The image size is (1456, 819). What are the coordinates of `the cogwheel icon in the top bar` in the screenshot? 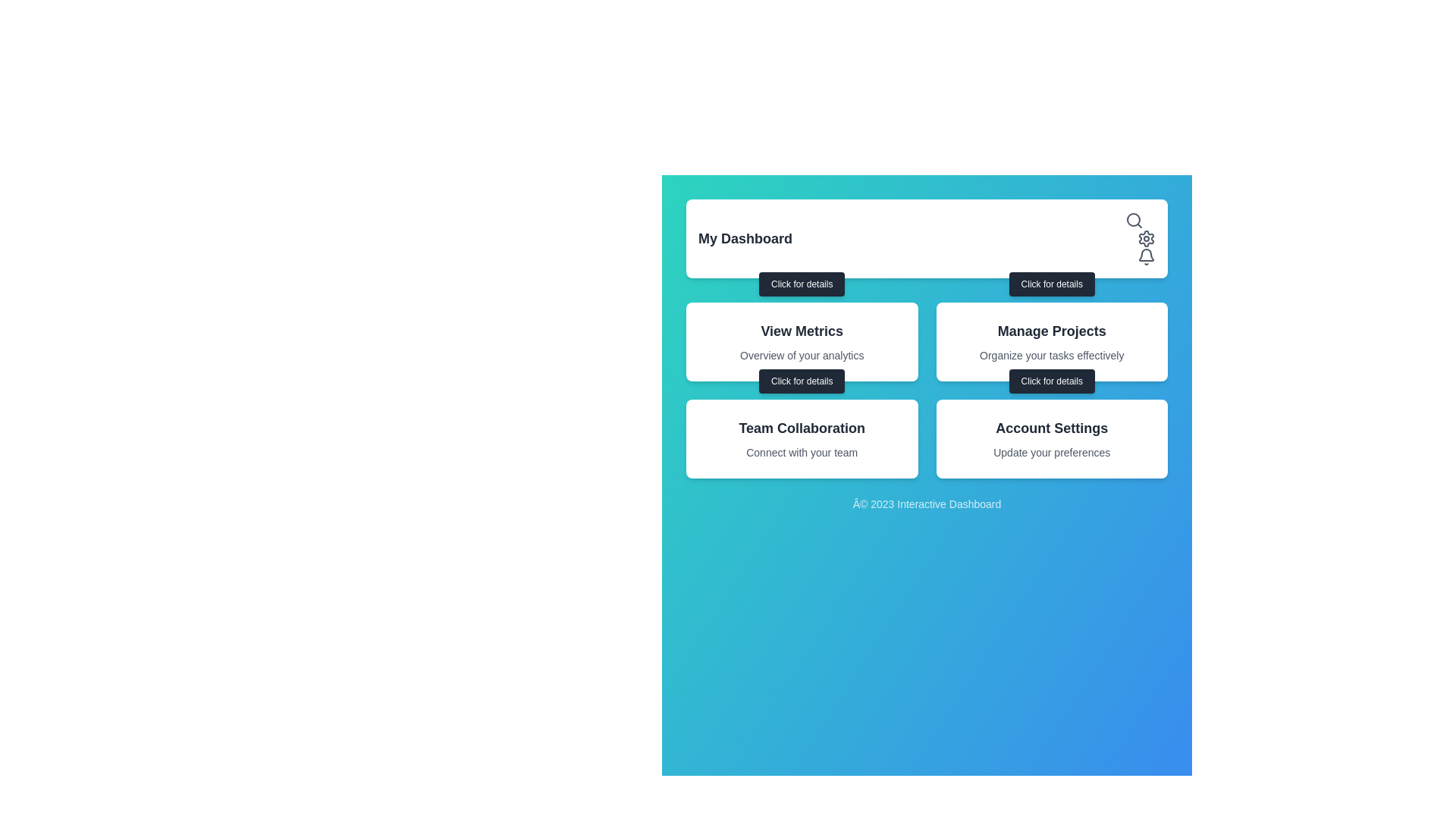 It's located at (1147, 239).